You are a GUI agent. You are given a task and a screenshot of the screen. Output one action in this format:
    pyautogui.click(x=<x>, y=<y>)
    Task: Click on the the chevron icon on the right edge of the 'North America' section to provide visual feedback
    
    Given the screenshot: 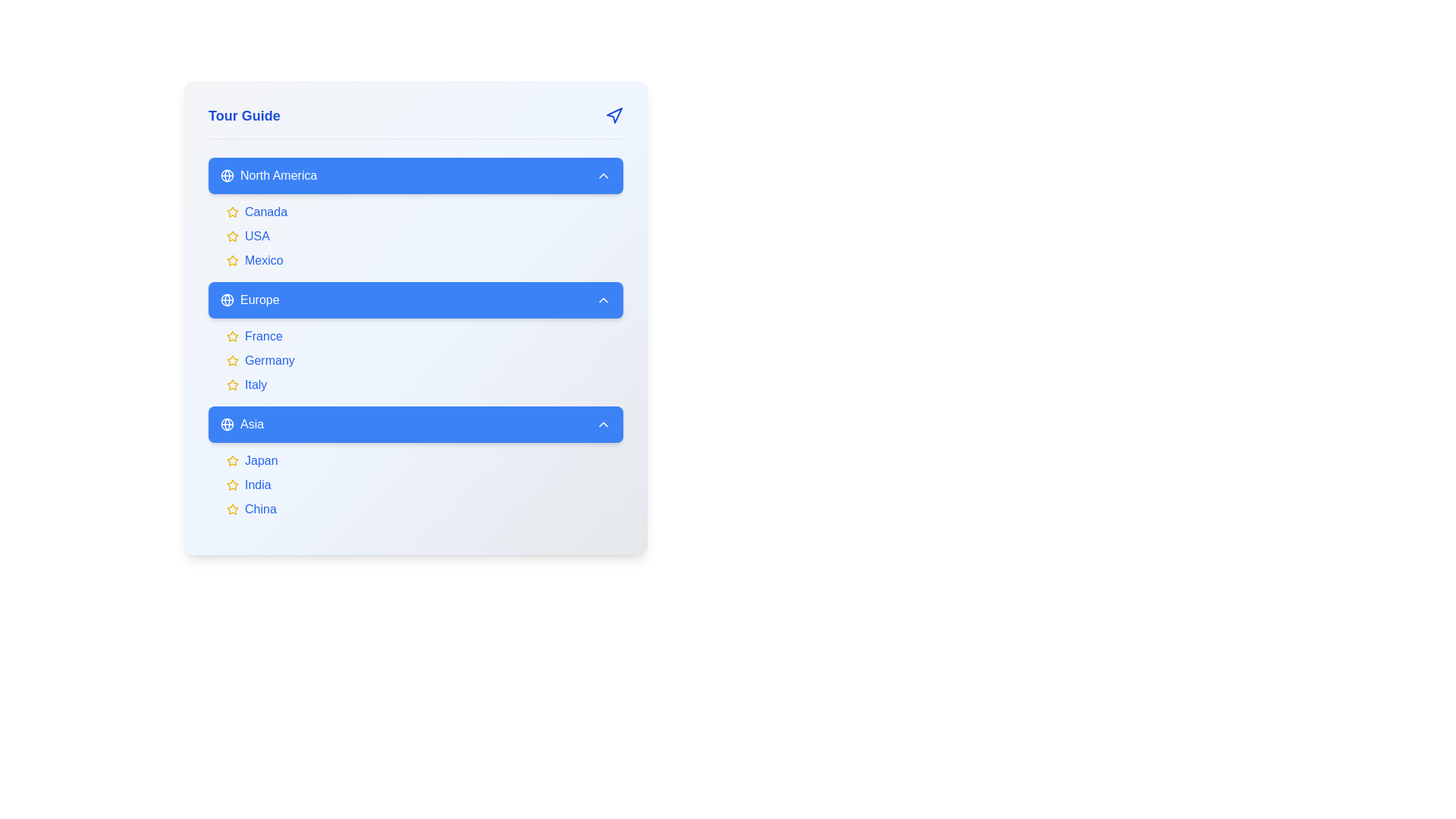 What is the action you would take?
    pyautogui.click(x=603, y=174)
    